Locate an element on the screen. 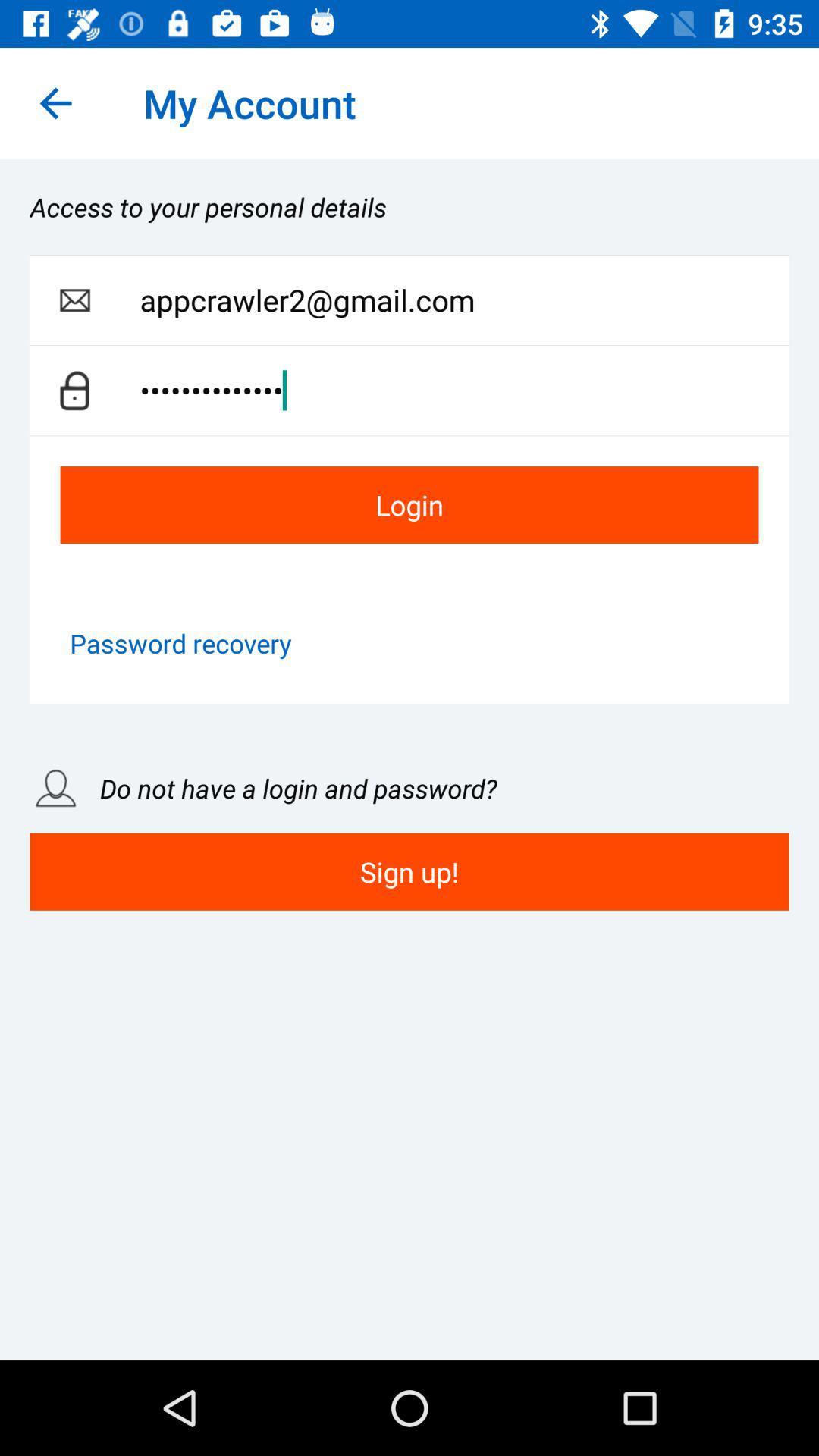 This screenshot has width=819, height=1456. item below appcrawler2@gmail.com item is located at coordinates (463, 391).